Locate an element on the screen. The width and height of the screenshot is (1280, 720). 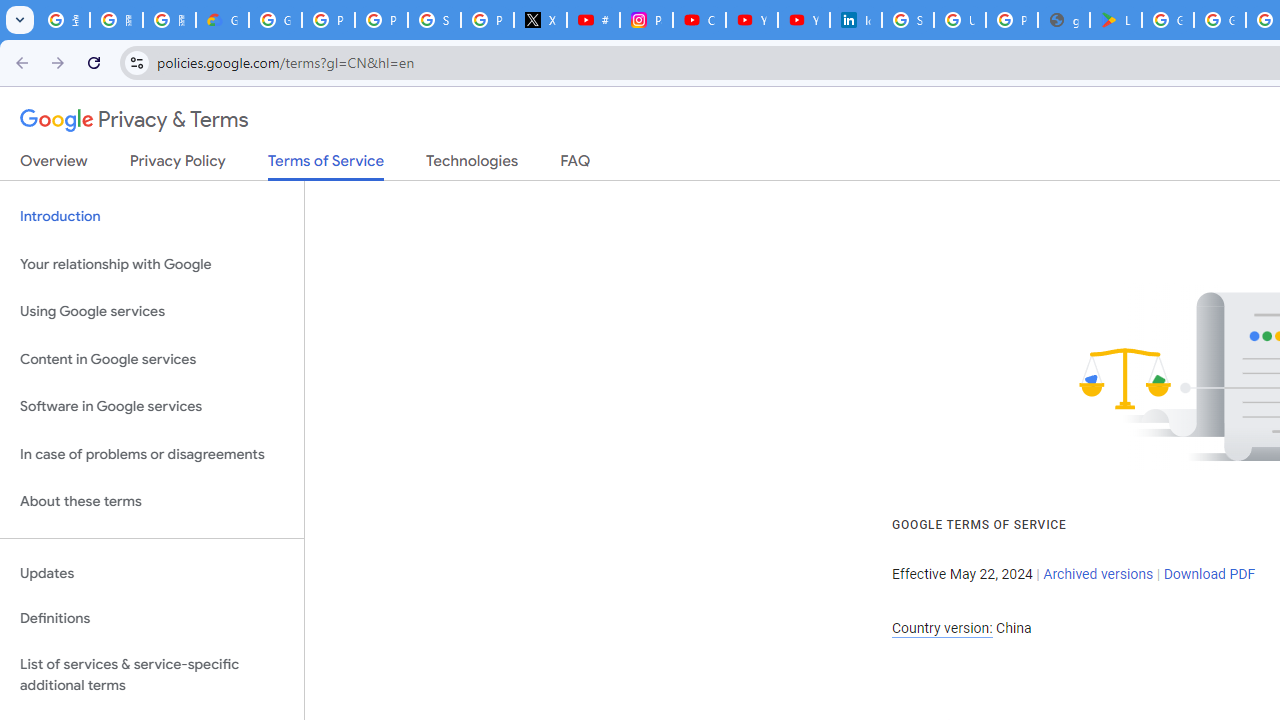
'In case of problems or disagreements' is located at coordinates (151, 454).